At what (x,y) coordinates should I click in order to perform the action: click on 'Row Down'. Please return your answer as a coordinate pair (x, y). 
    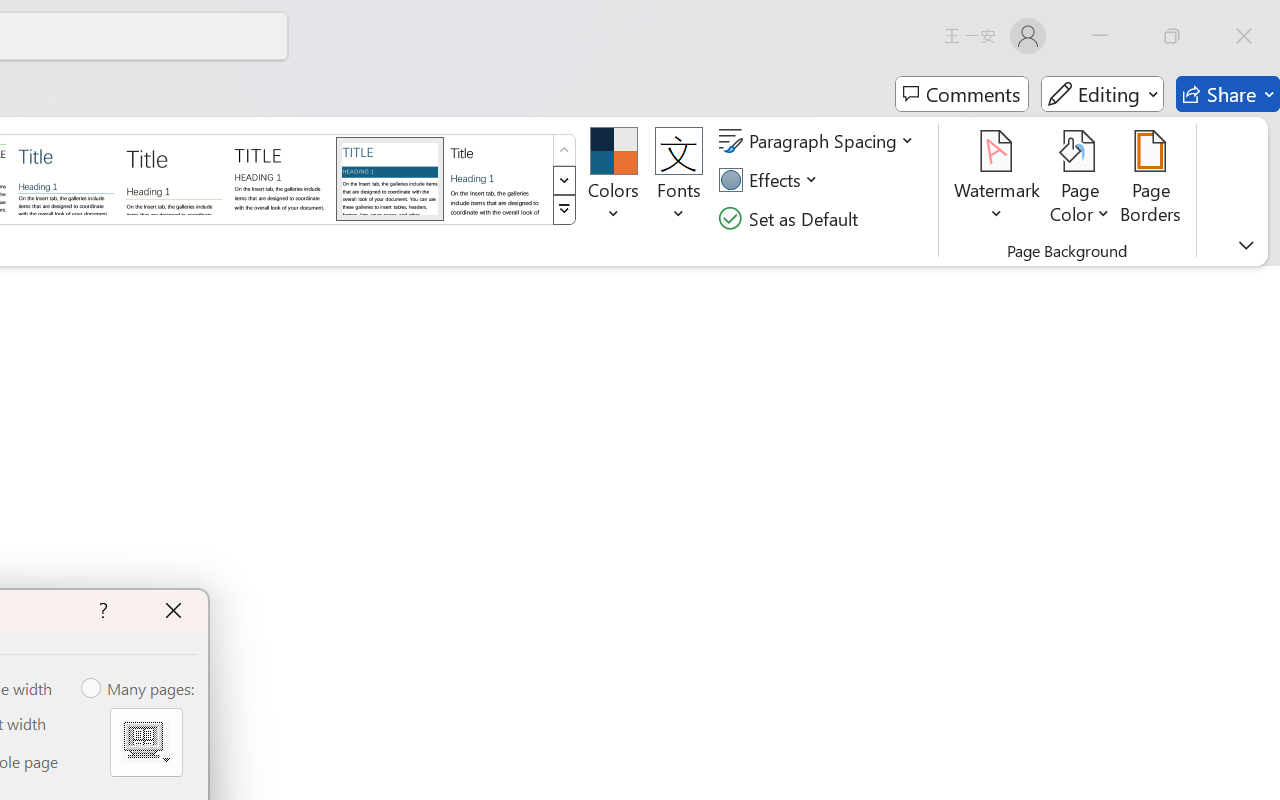
    Looking at the image, I should click on (563, 179).